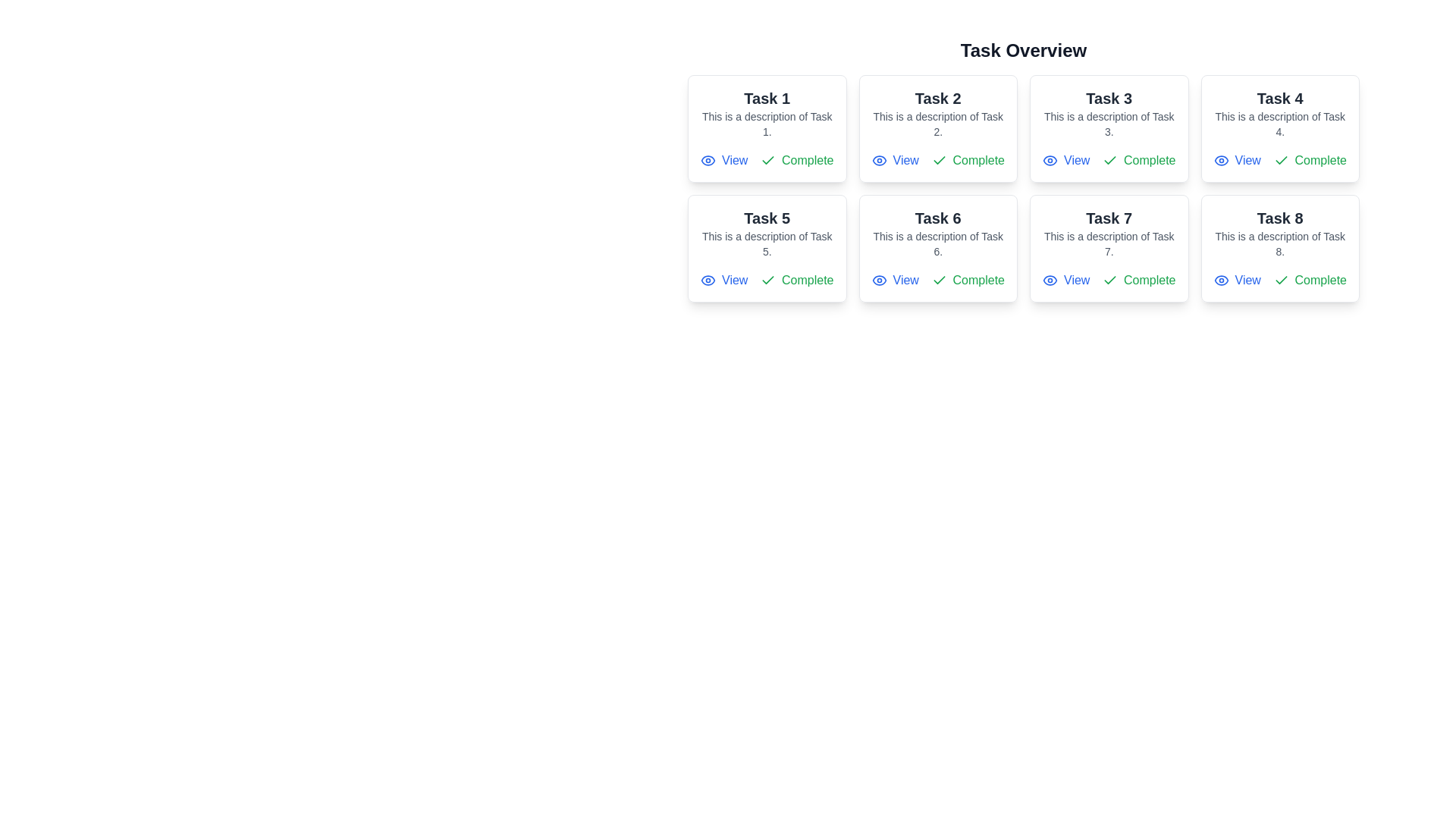 The height and width of the screenshot is (819, 1456). What do you see at coordinates (796, 161) in the screenshot?
I see `the 'Complete' button with text and icon located under 'Task 1' in the first column of the first row, positioned to the right of the 'View' link` at bounding box center [796, 161].